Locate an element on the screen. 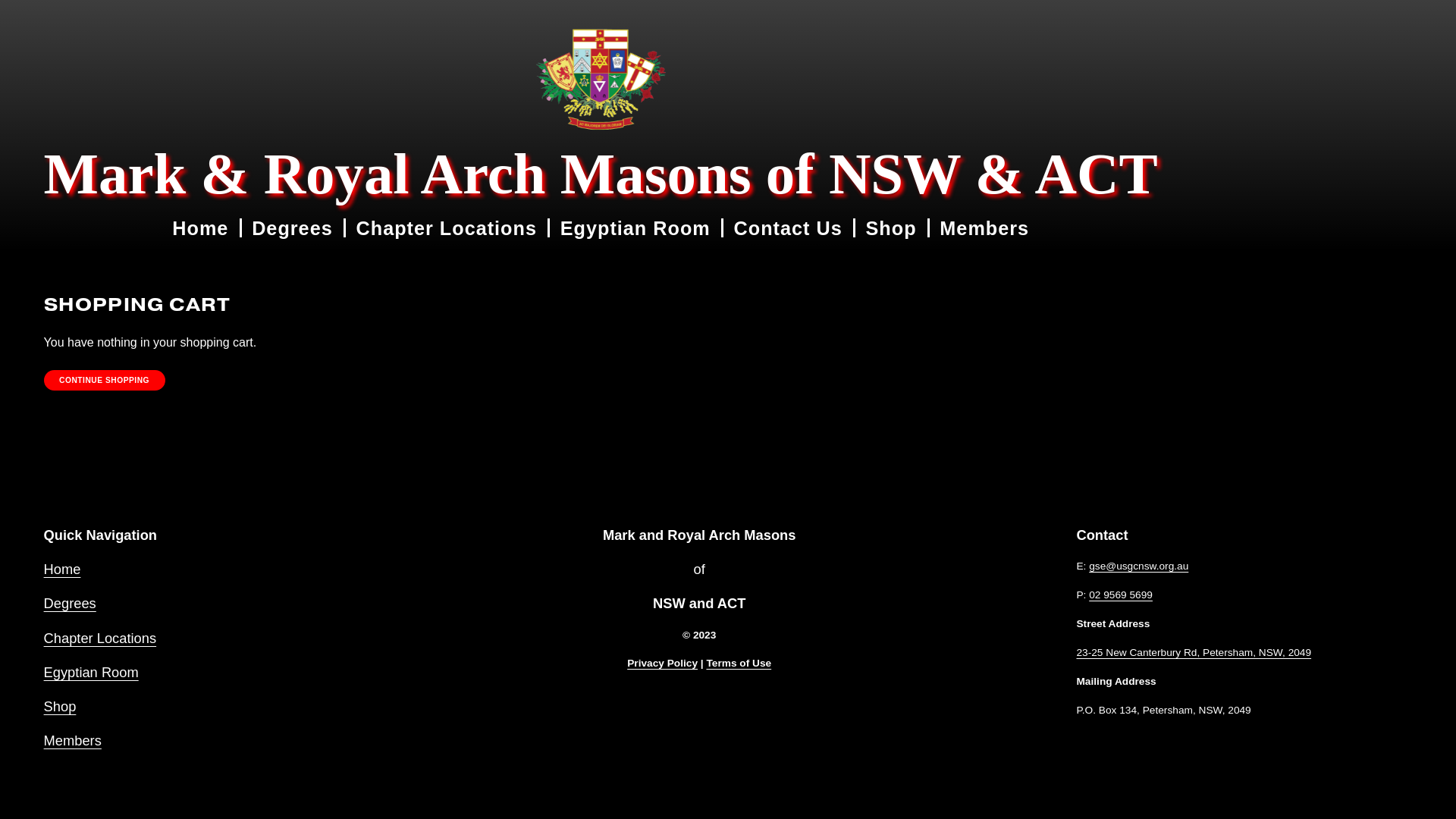 Image resolution: width=1456 pixels, height=819 pixels. 'CONTINUE SHOPPING' is located at coordinates (104, 379).